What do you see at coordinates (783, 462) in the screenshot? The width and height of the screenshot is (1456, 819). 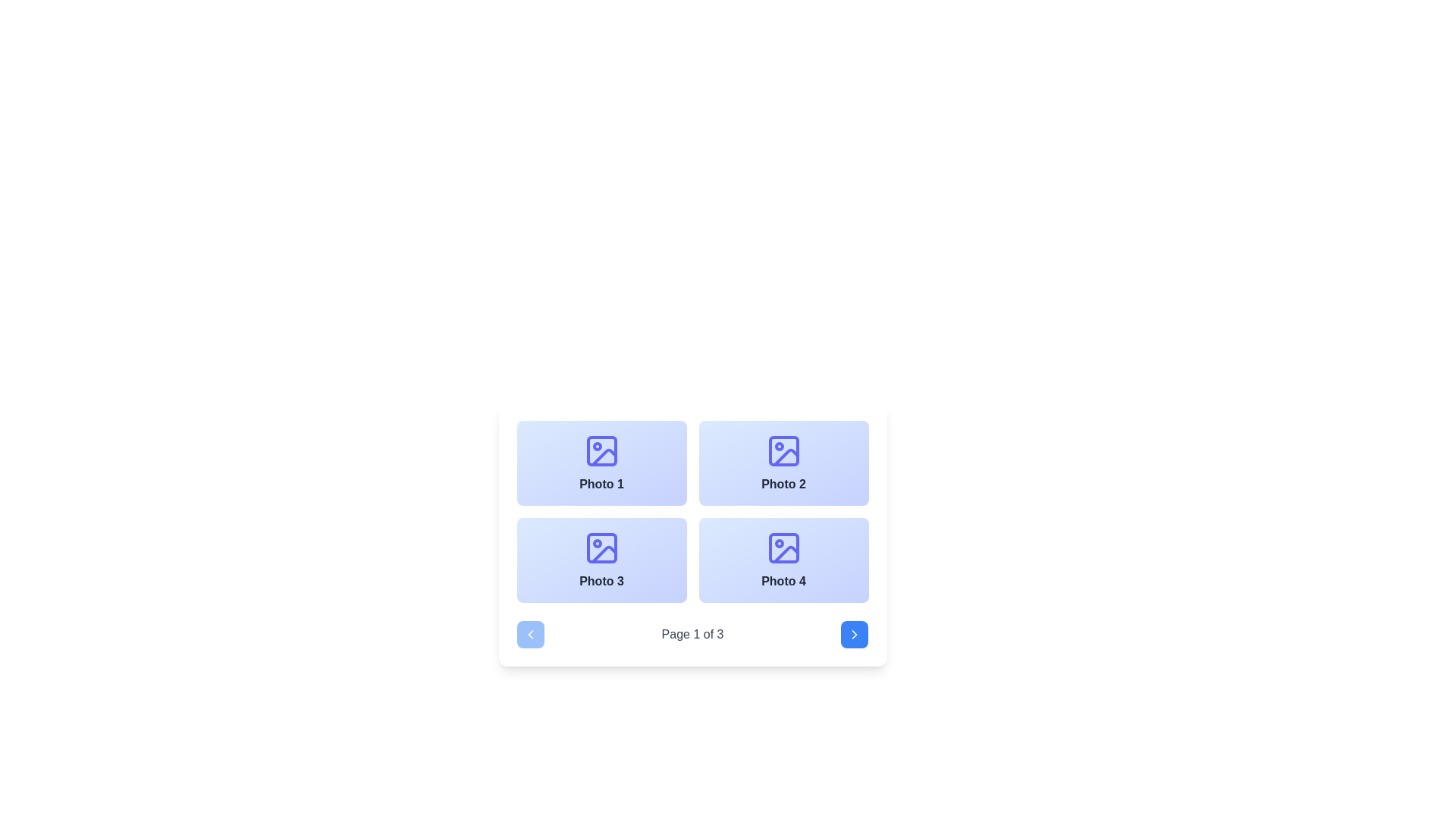 I see `the image preview card labeled 'Photo 2' from its position in the top-right corner of the grid` at bounding box center [783, 462].